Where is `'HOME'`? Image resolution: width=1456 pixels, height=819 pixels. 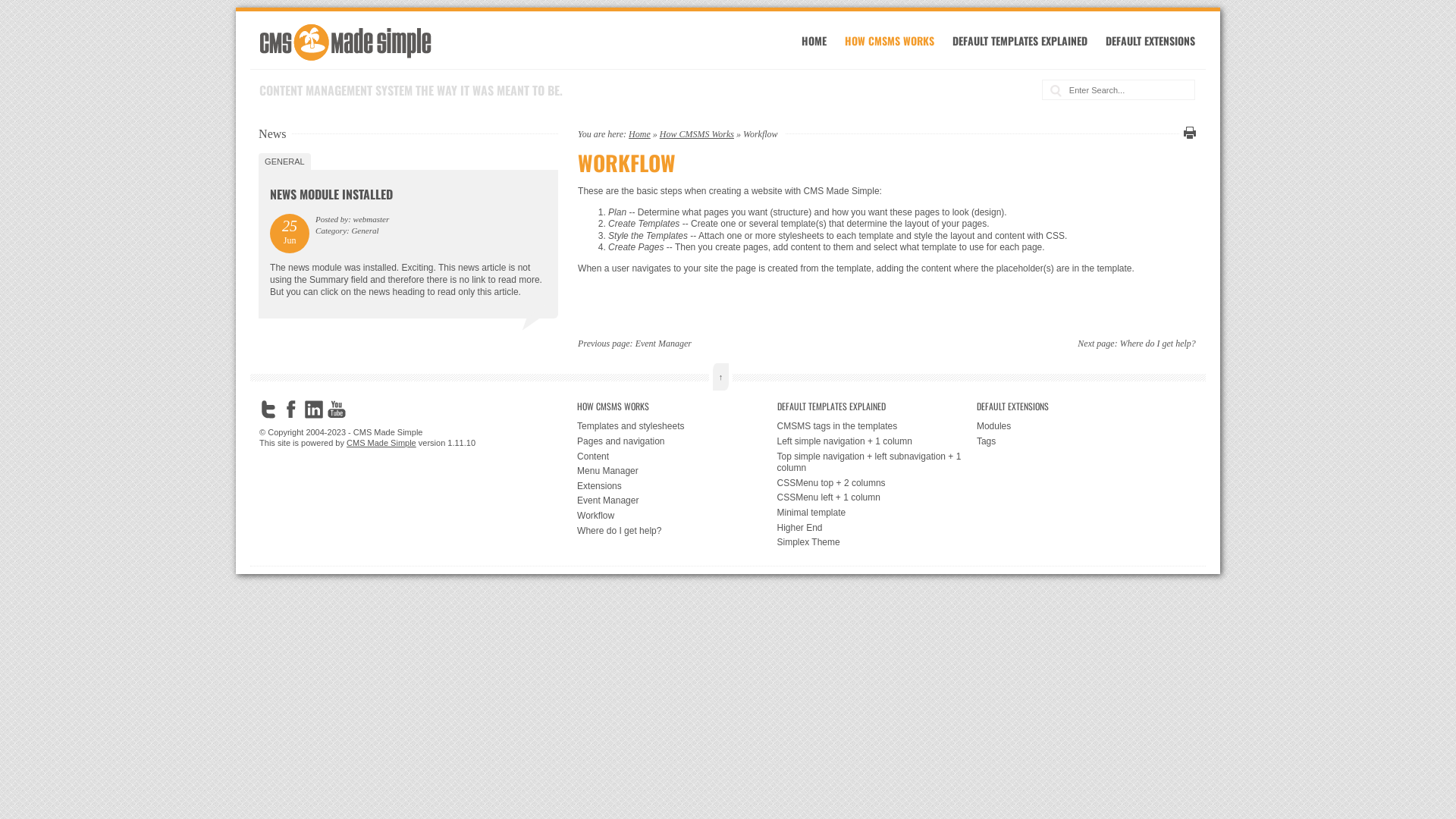 'HOME' is located at coordinates (813, 39).